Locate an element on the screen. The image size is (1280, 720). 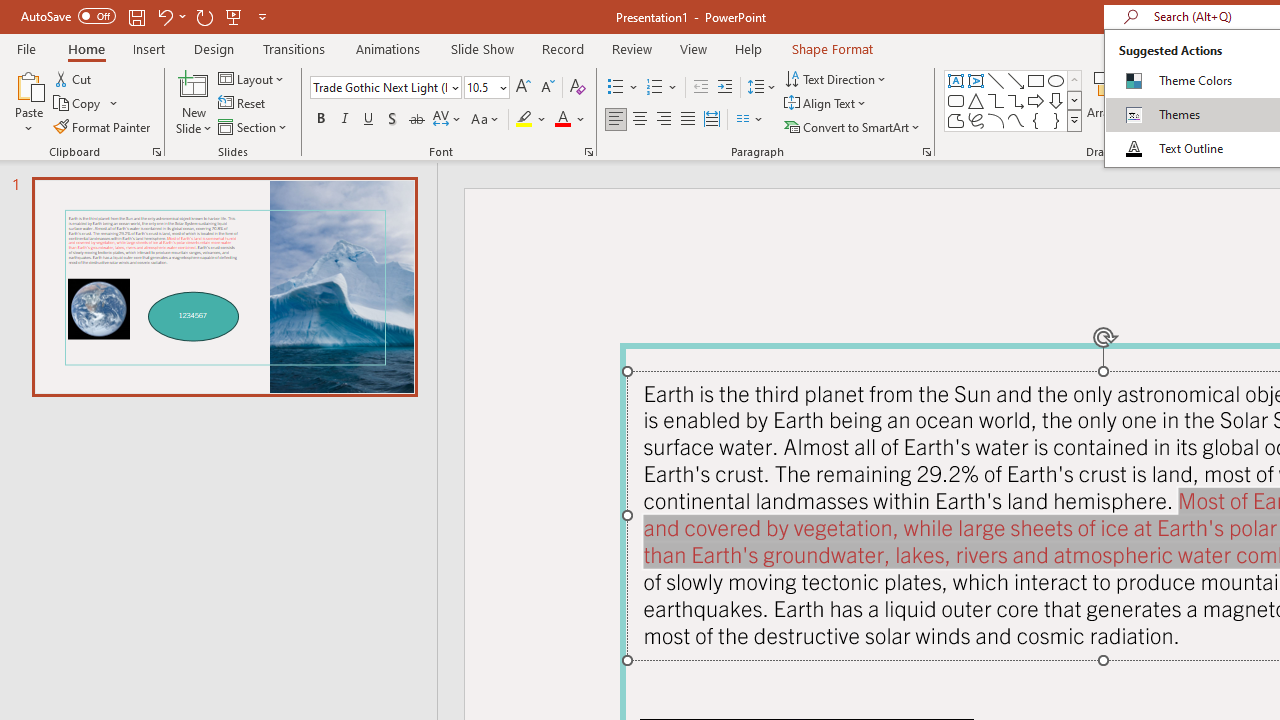
'Text Direction' is located at coordinates (837, 78).